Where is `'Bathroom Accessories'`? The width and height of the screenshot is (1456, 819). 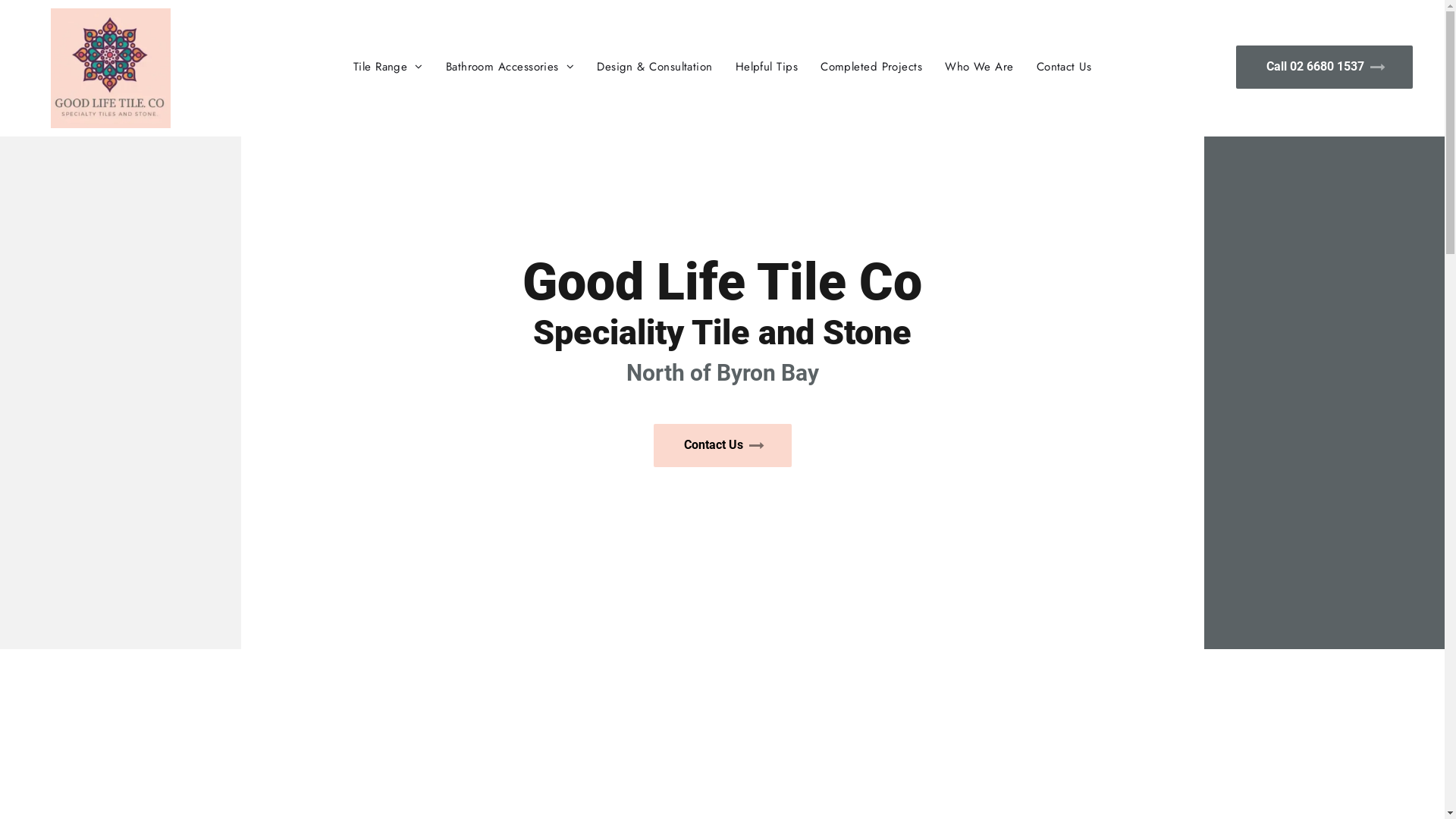
'Bathroom Accessories' is located at coordinates (433, 66).